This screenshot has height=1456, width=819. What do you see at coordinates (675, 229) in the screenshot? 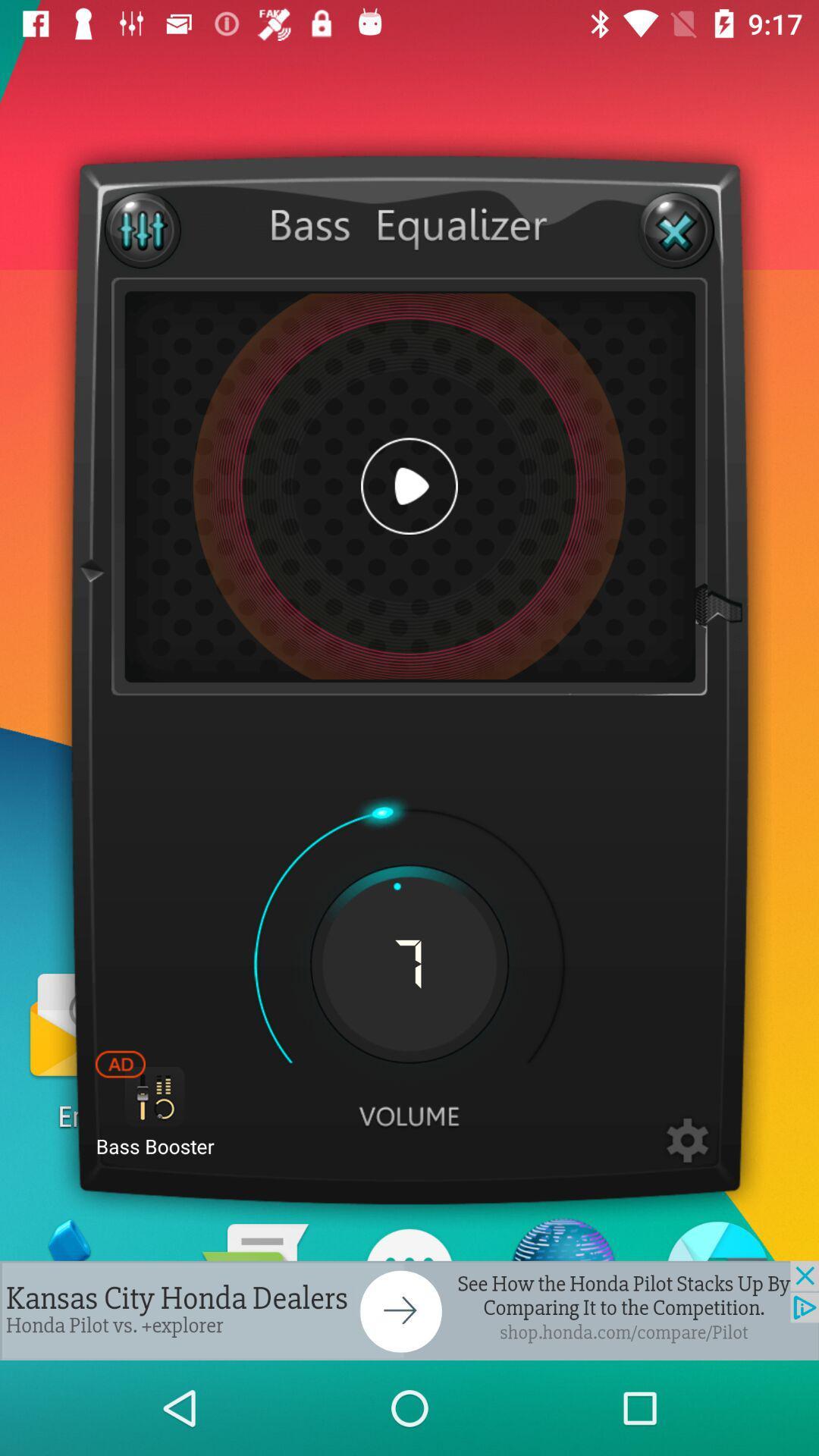
I see `the close icon` at bounding box center [675, 229].